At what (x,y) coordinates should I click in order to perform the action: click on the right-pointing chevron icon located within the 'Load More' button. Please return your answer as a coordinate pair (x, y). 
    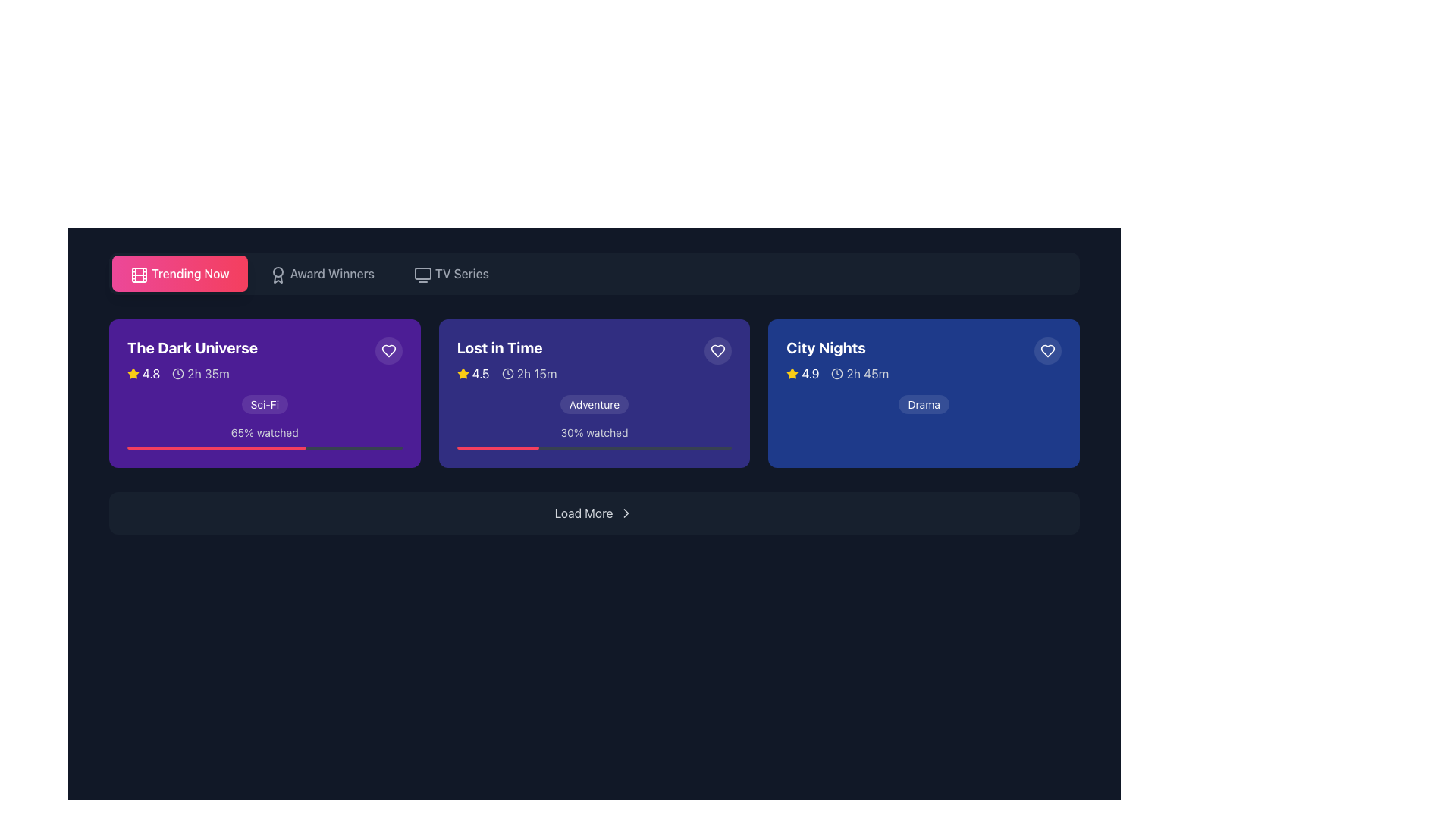
    Looking at the image, I should click on (626, 513).